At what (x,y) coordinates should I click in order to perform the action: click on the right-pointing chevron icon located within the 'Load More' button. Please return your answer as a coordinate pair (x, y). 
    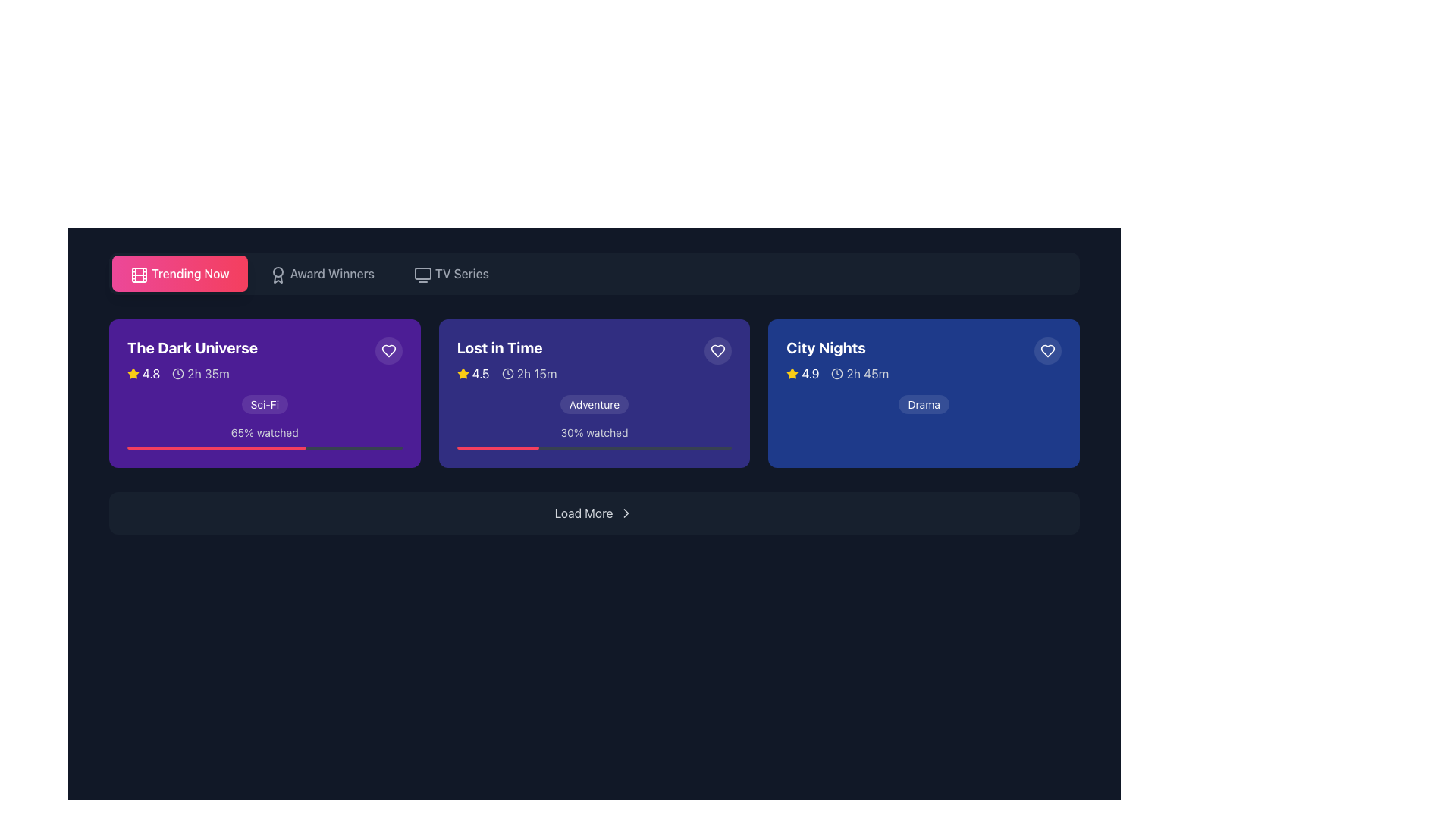
    Looking at the image, I should click on (626, 513).